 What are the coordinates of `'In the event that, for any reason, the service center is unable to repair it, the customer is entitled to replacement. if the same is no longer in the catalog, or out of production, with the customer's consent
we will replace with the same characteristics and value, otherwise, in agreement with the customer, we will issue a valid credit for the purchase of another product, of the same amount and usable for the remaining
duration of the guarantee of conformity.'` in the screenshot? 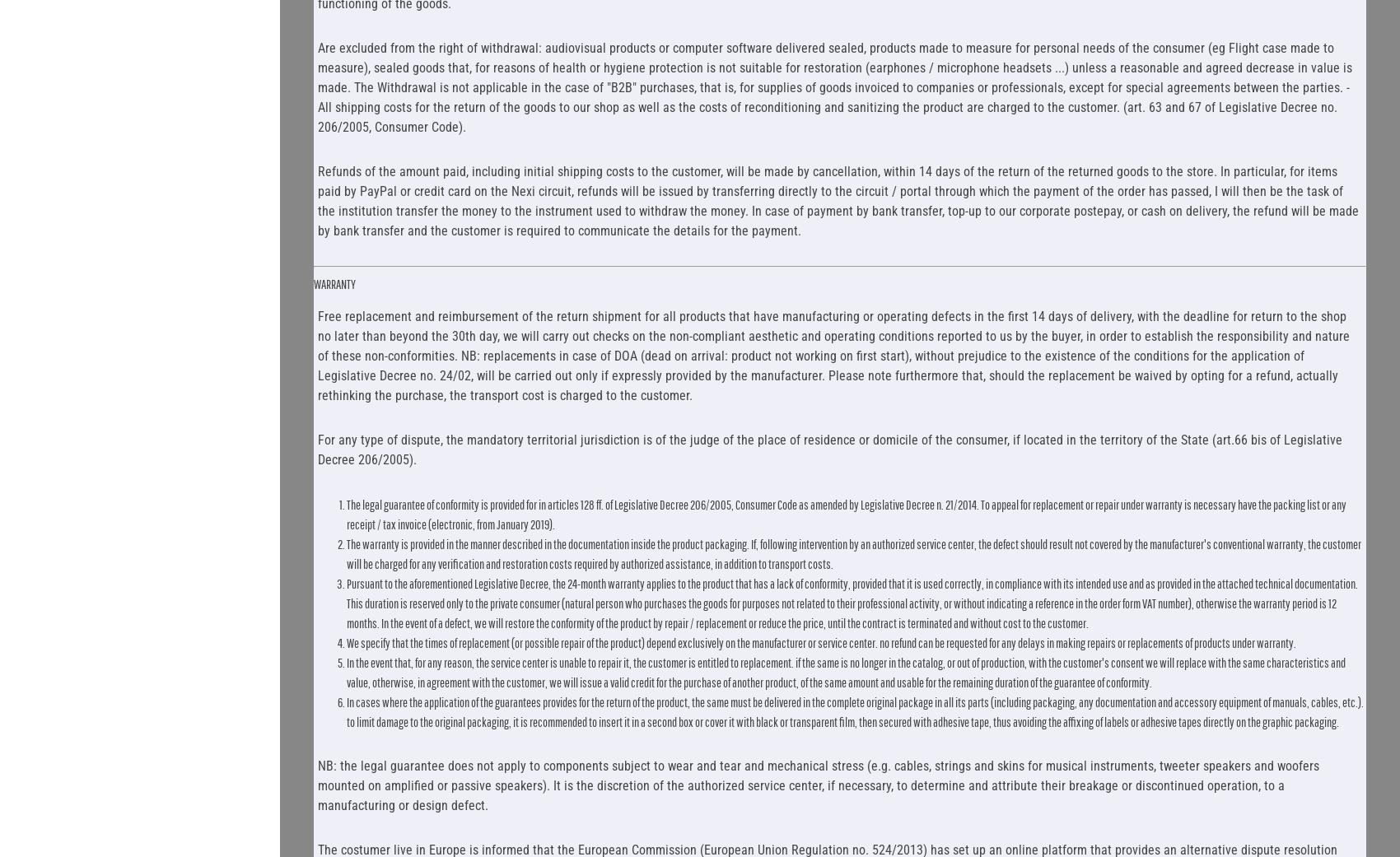 It's located at (844, 672).